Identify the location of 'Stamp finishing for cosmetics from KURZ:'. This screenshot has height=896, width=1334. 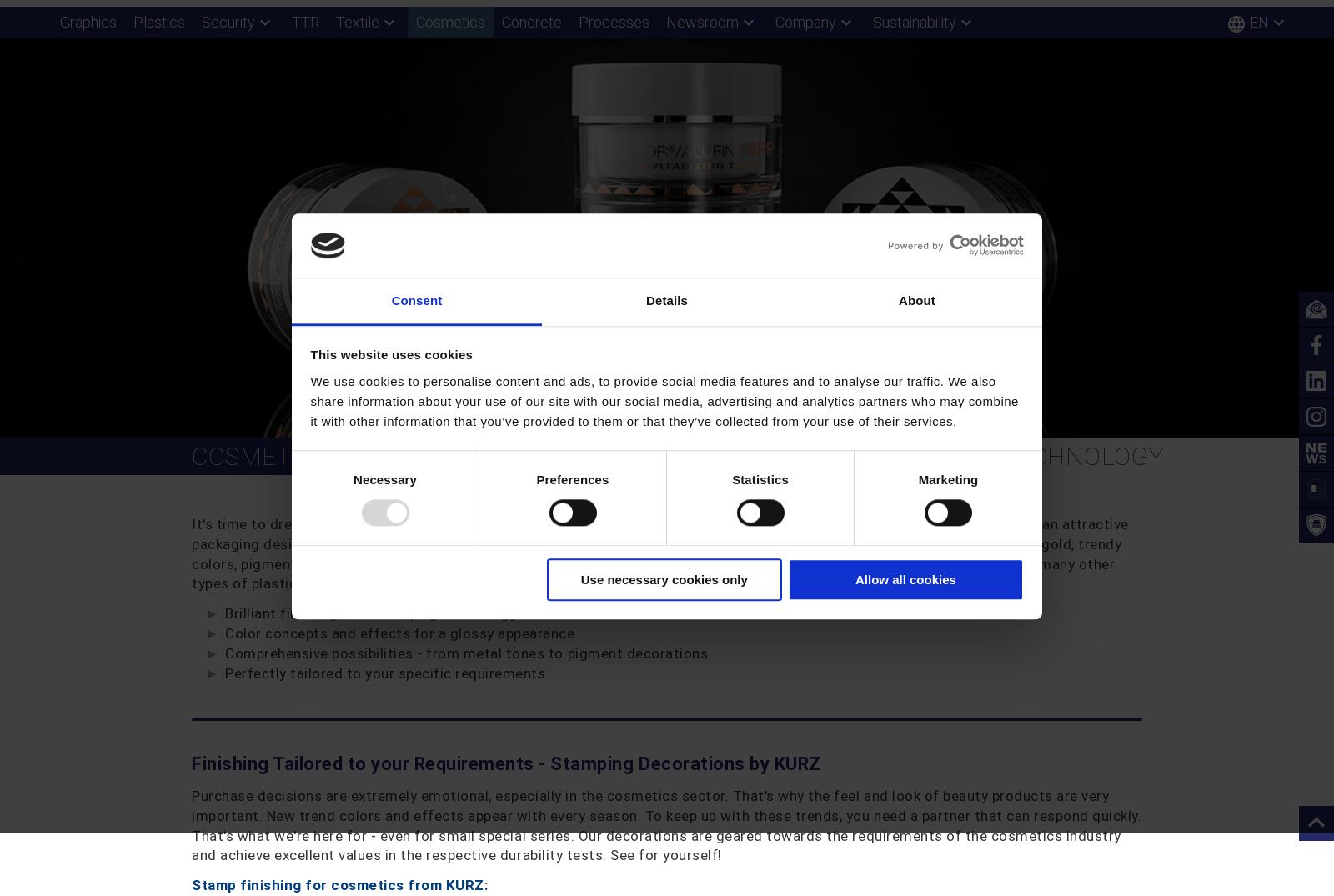
(339, 884).